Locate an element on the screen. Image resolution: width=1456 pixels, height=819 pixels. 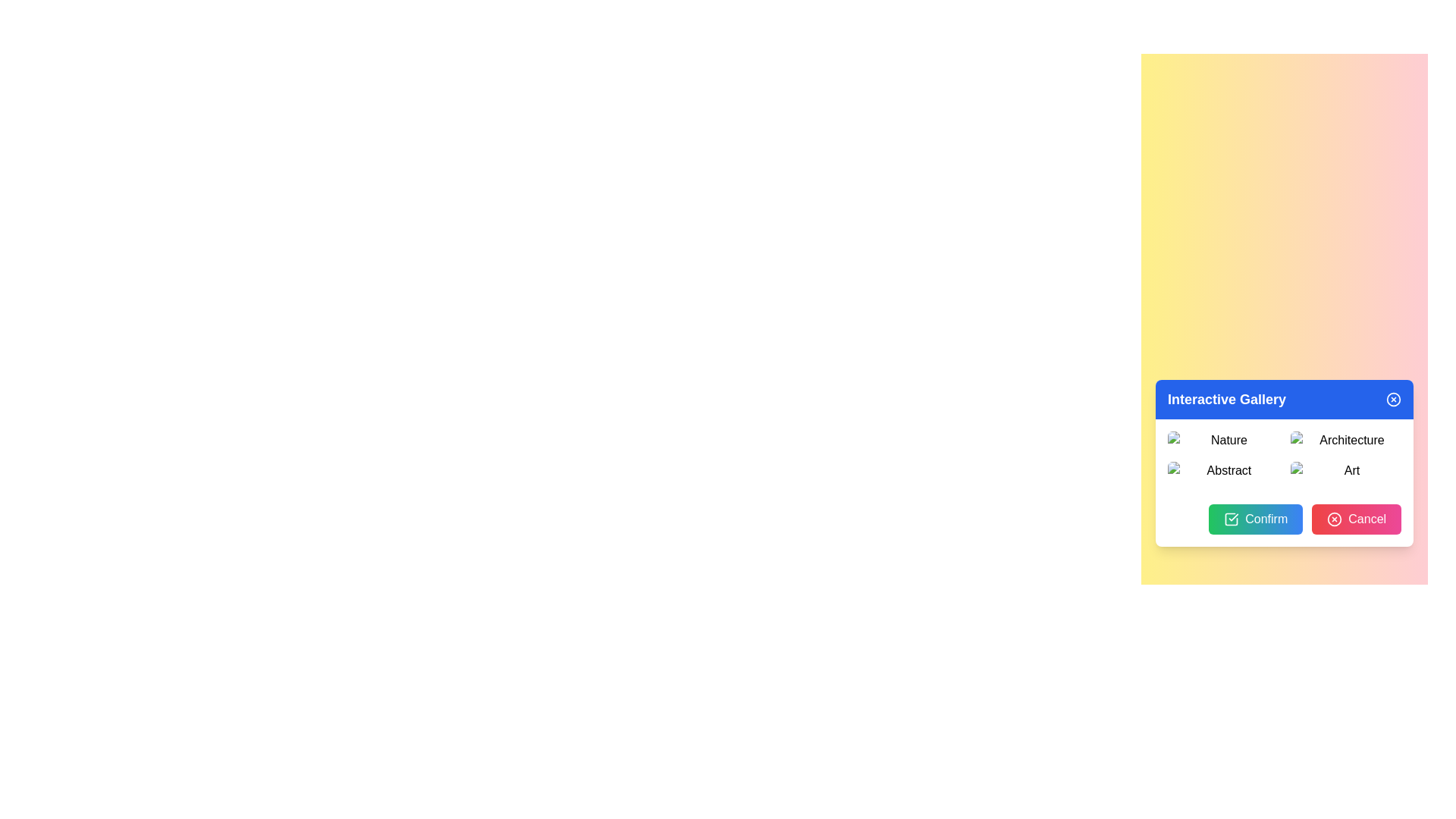
the 'Cancel' button, which has a gradient background from red to pink and features white text with an 'X' icon is located at coordinates (1357, 519).